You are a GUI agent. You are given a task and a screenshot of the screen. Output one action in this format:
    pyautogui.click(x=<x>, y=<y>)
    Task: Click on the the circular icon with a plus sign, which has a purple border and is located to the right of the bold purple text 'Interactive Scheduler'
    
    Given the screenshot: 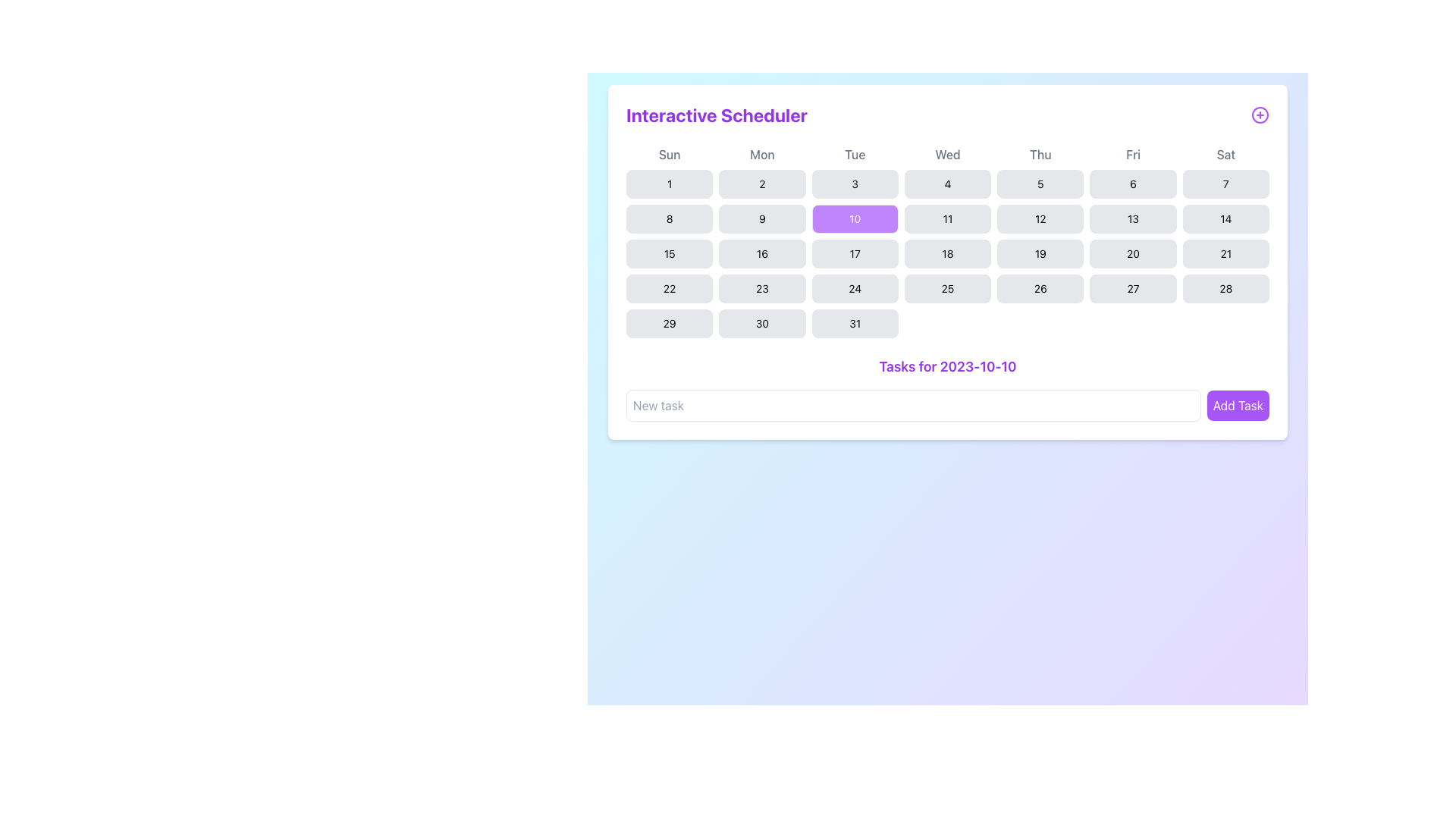 What is the action you would take?
    pyautogui.click(x=1260, y=114)
    